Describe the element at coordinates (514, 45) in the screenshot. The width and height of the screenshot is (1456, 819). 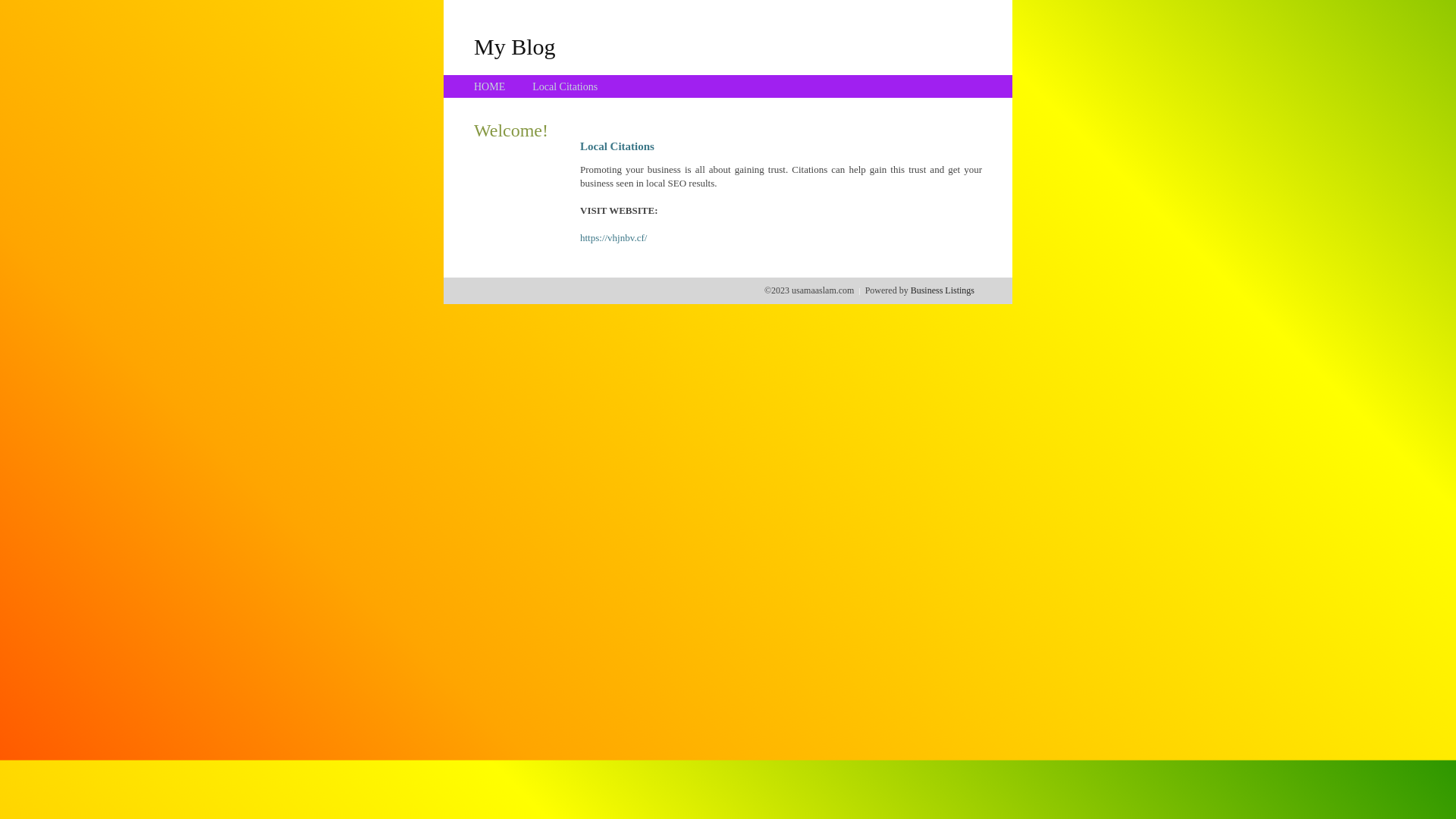
I see `'My Blog'` at that location.